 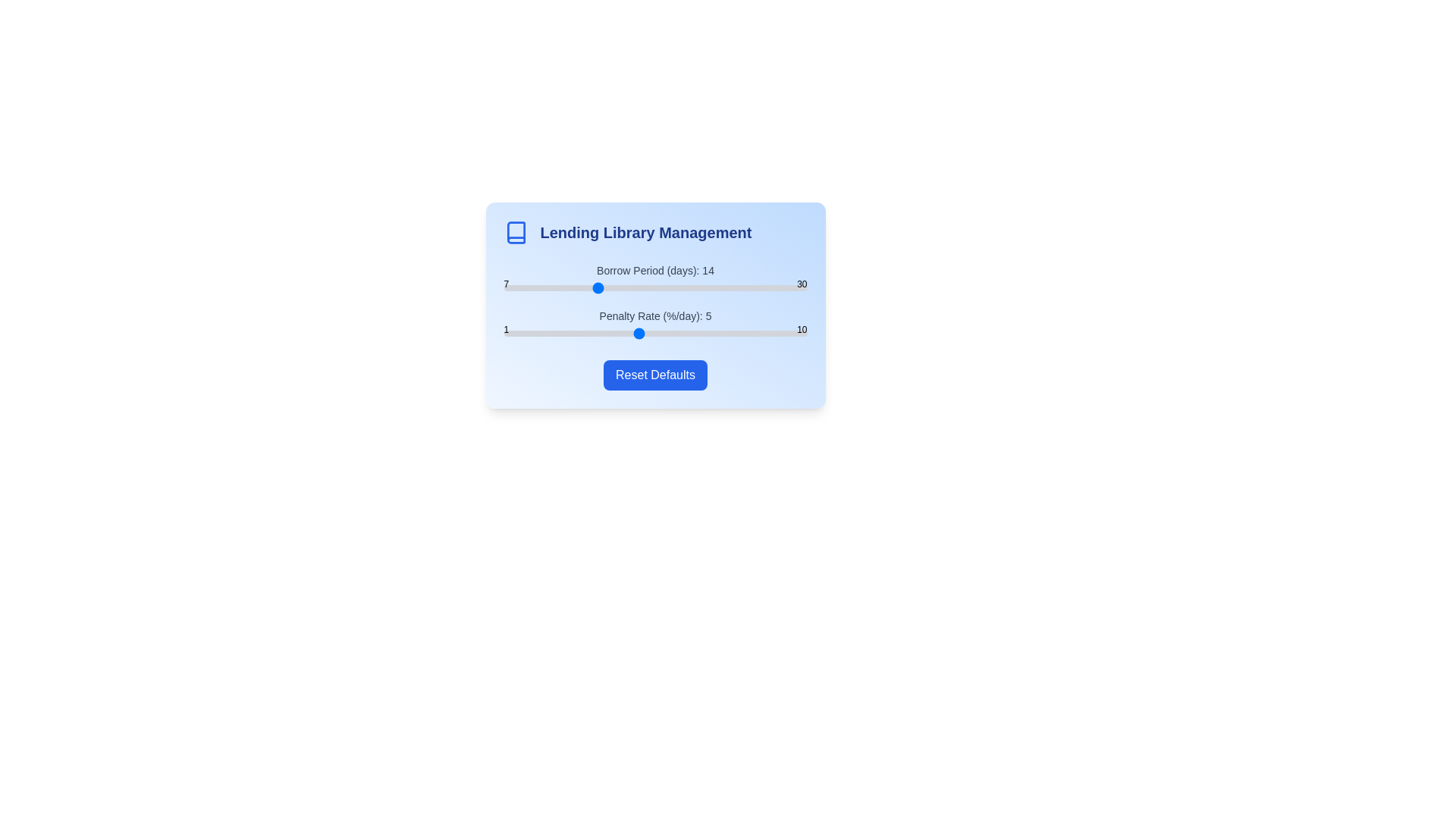 What do you see at coordinates (604, 332) in the screenshot?
I see `the 'Penalty Rate' slider to set the penalty rate to 4%` at bounding box center [604, 332].